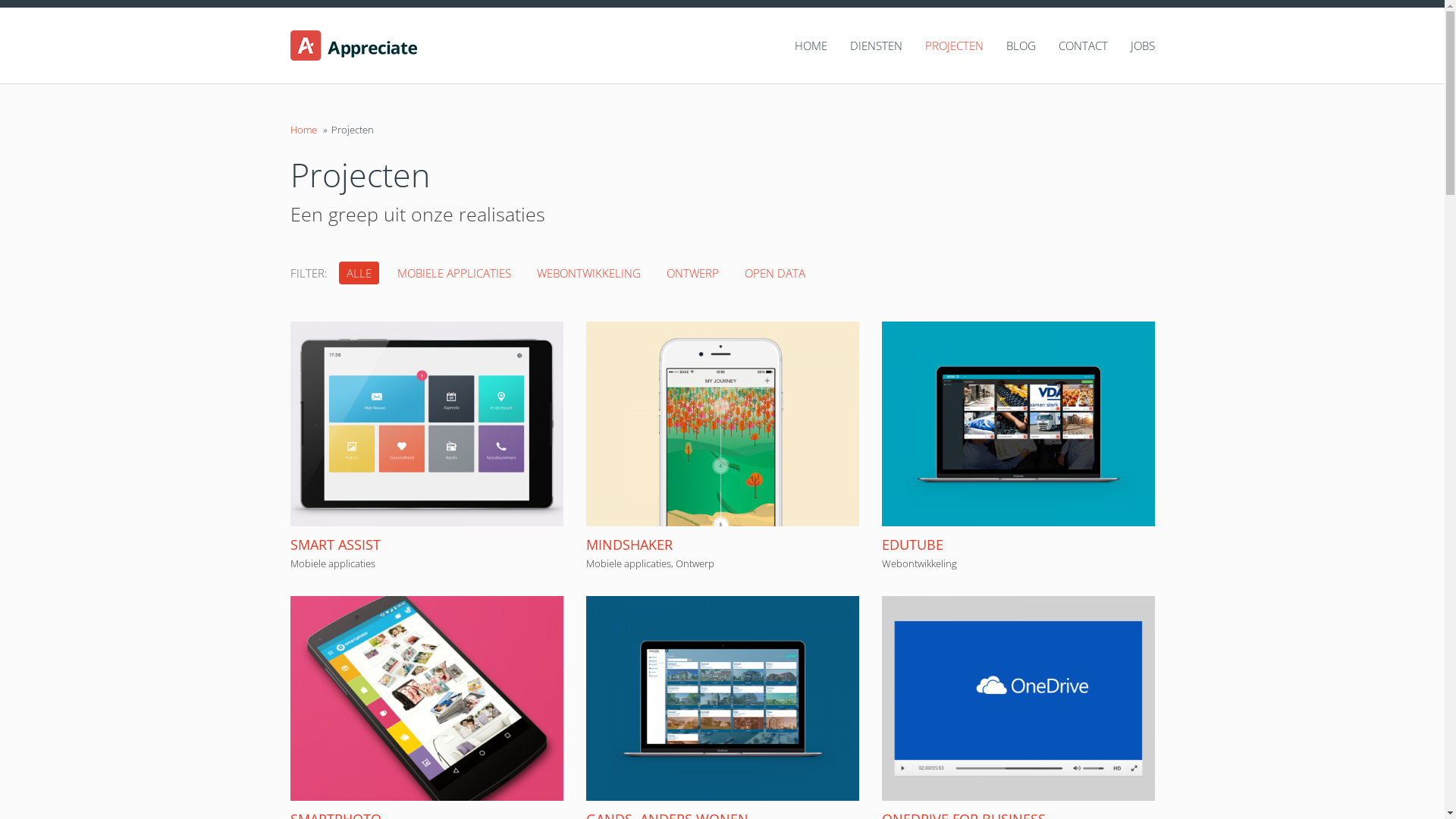 This screenshot has height=819, width=1456. I want to click on 'CONTACT', so click(1071, 45).